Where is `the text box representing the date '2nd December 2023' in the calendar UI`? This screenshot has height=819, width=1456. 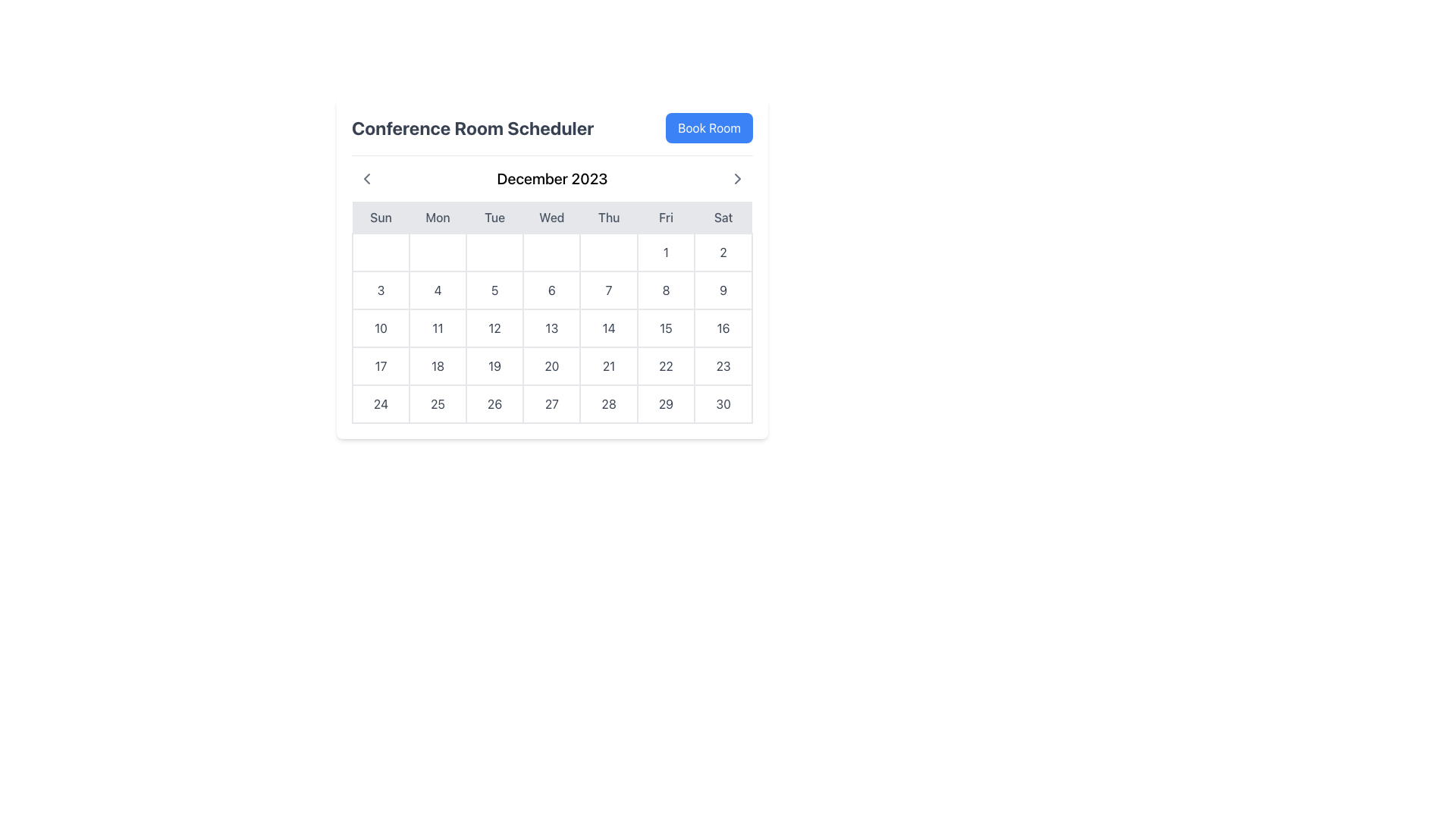 the text box representing the date '2nd December 2023' in the calendar UI is located at coordinates (723, 251).